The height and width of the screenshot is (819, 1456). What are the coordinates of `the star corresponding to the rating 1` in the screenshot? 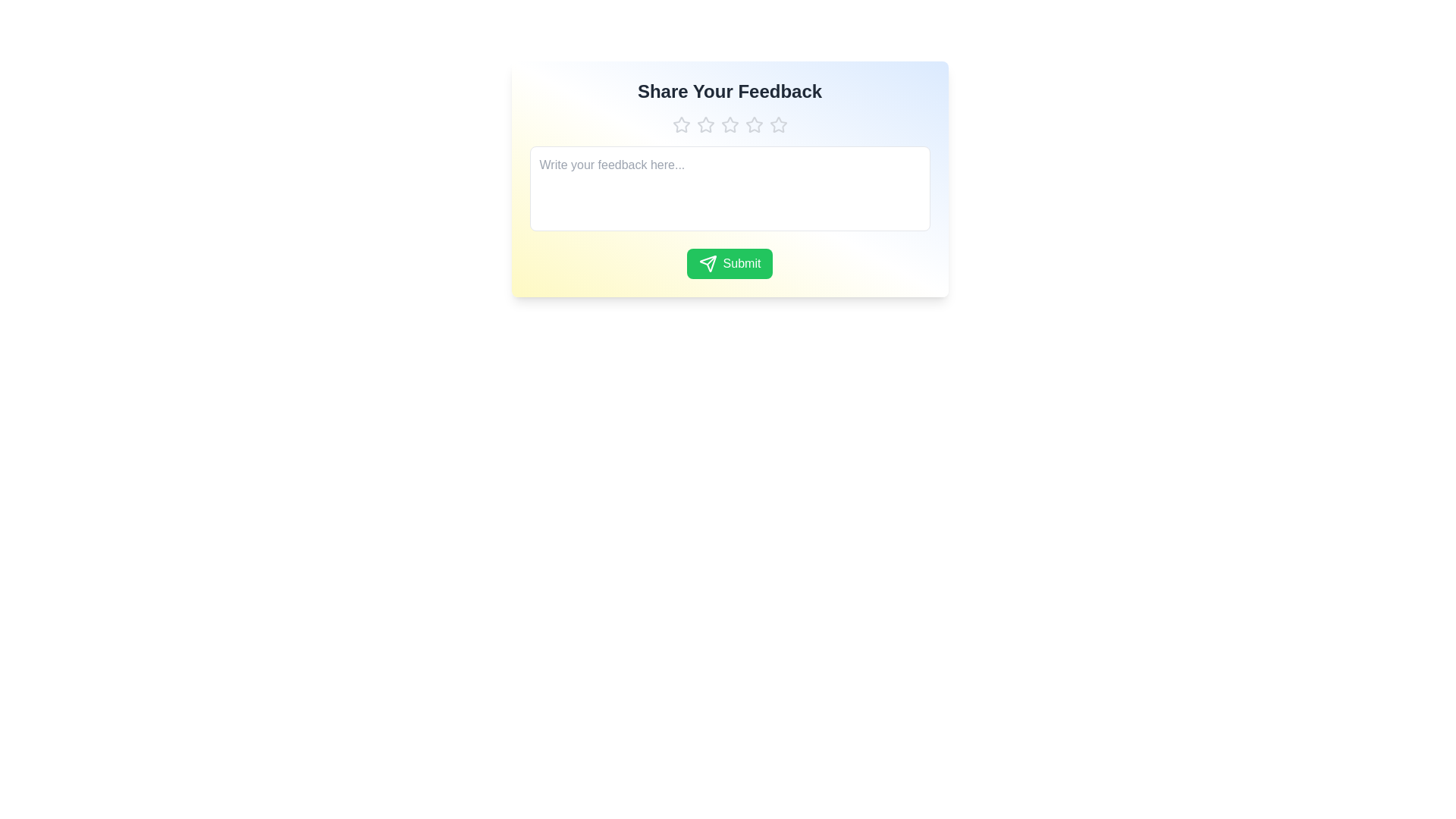 It's located at (680, 124).